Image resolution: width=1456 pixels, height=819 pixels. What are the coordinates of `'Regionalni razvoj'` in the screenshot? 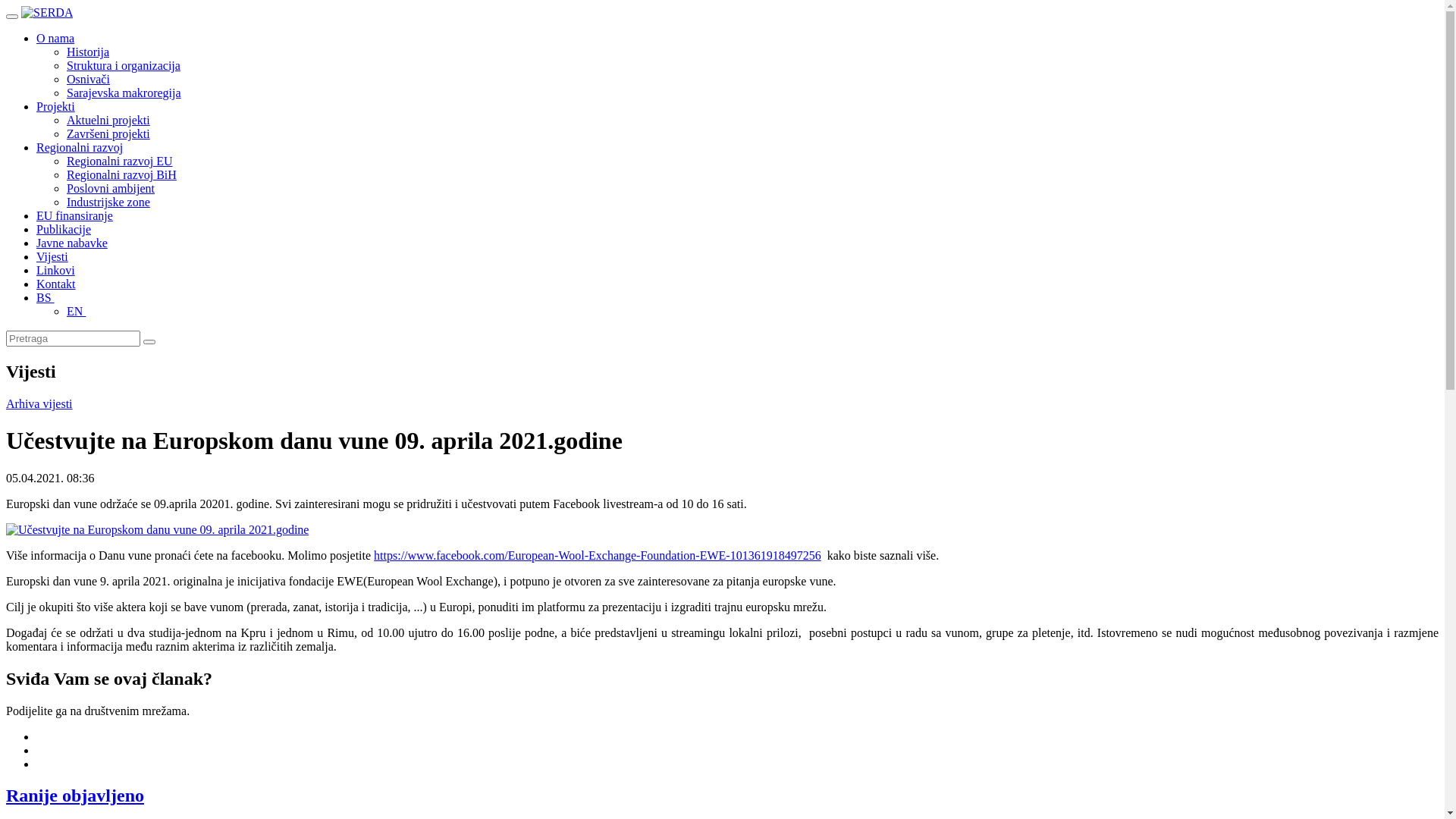 It's located at (79, 147).